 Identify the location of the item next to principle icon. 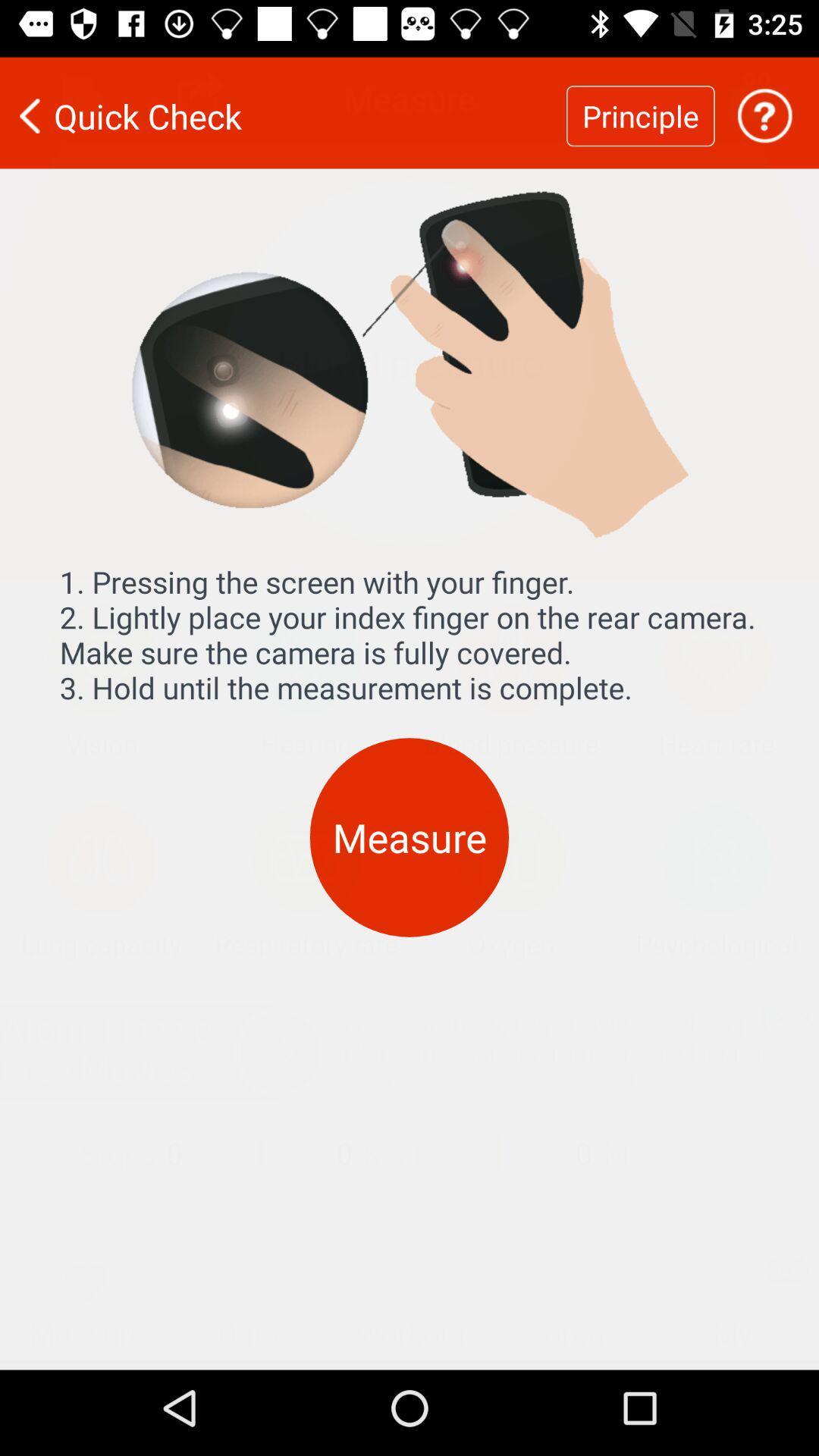
(764, 105).